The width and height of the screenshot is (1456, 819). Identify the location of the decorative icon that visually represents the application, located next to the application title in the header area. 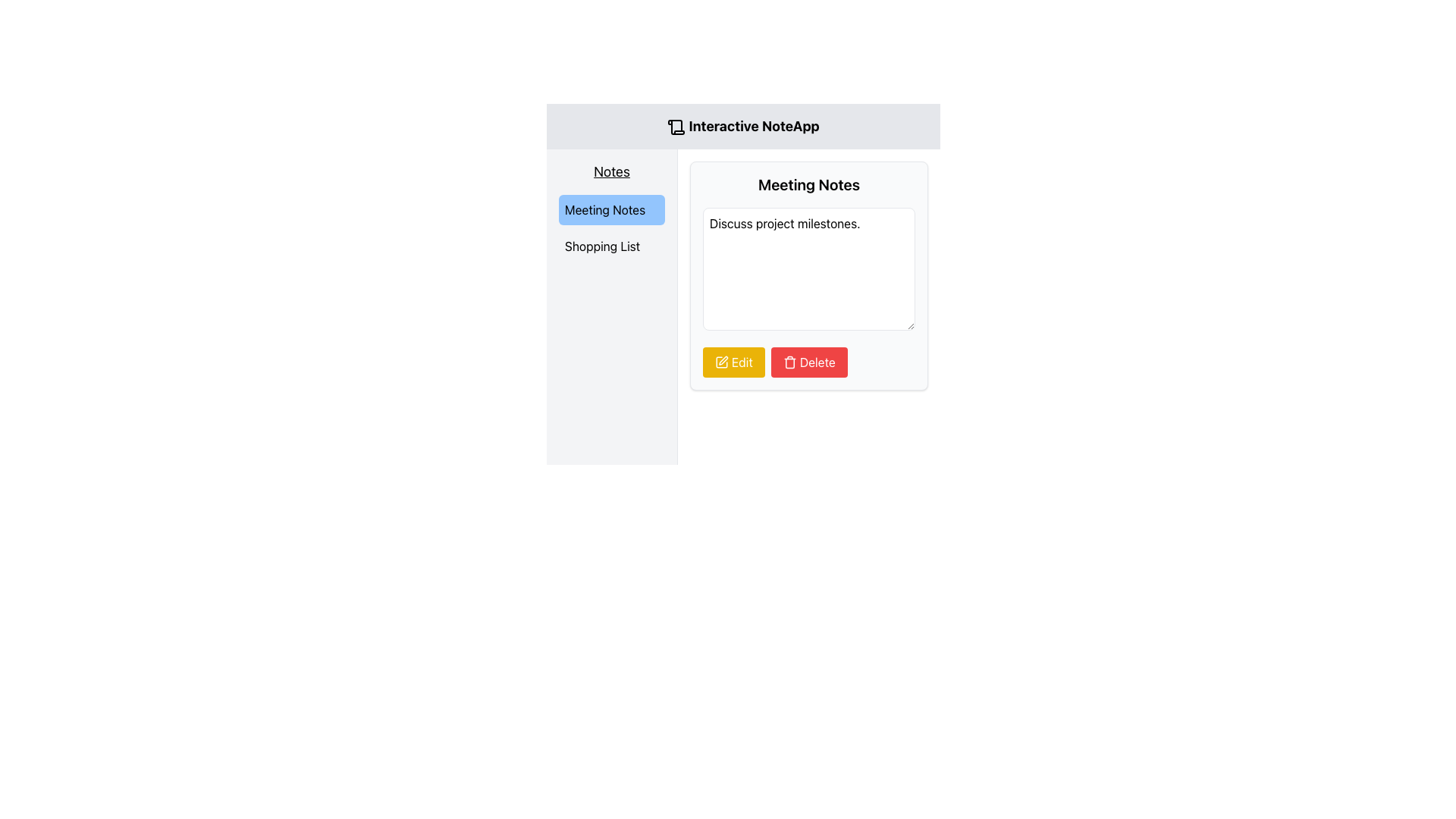
(676, 127).